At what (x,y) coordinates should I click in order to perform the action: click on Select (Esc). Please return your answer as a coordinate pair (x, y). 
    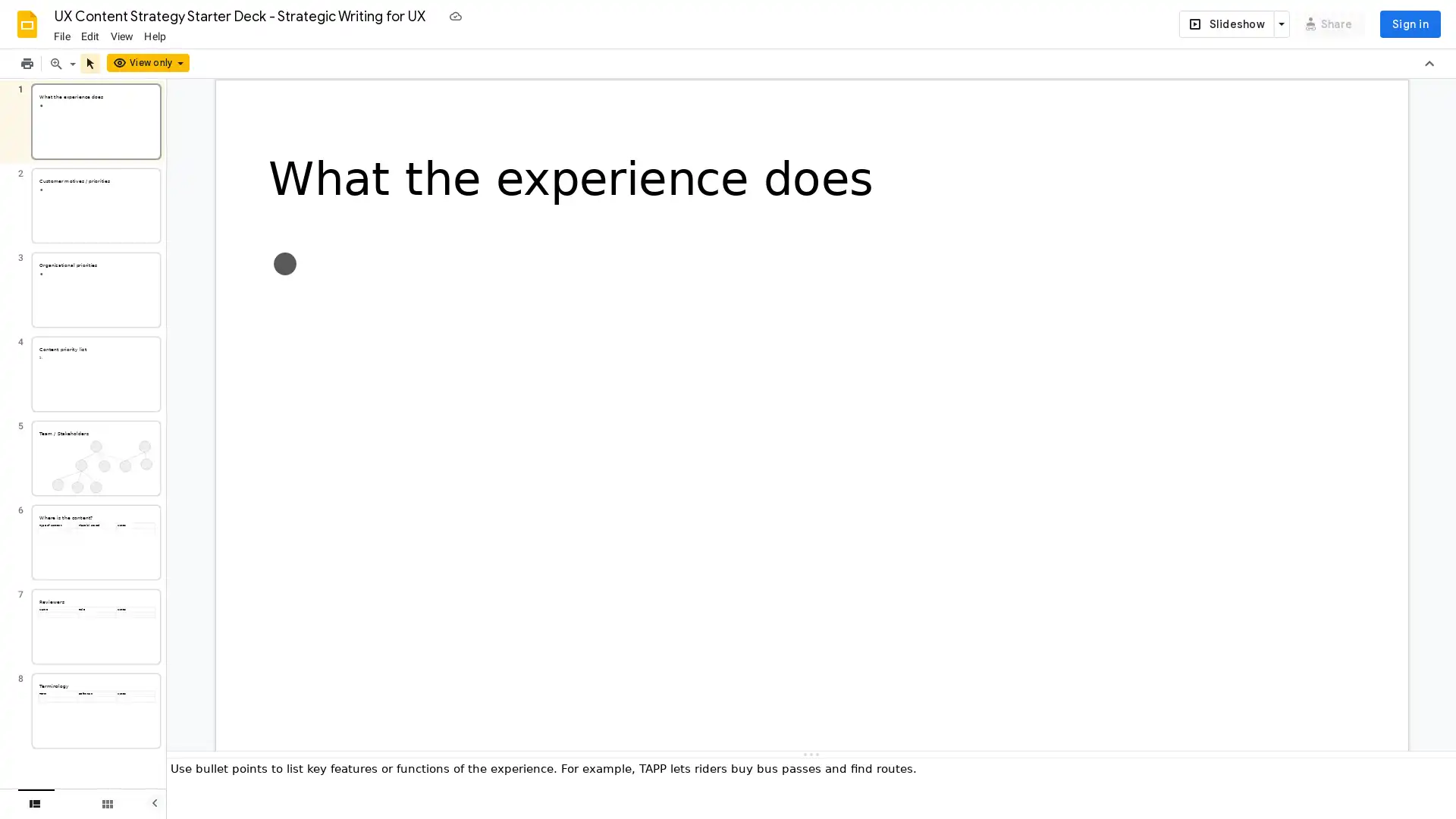
    Looking at the image, I should click on (89, 63).